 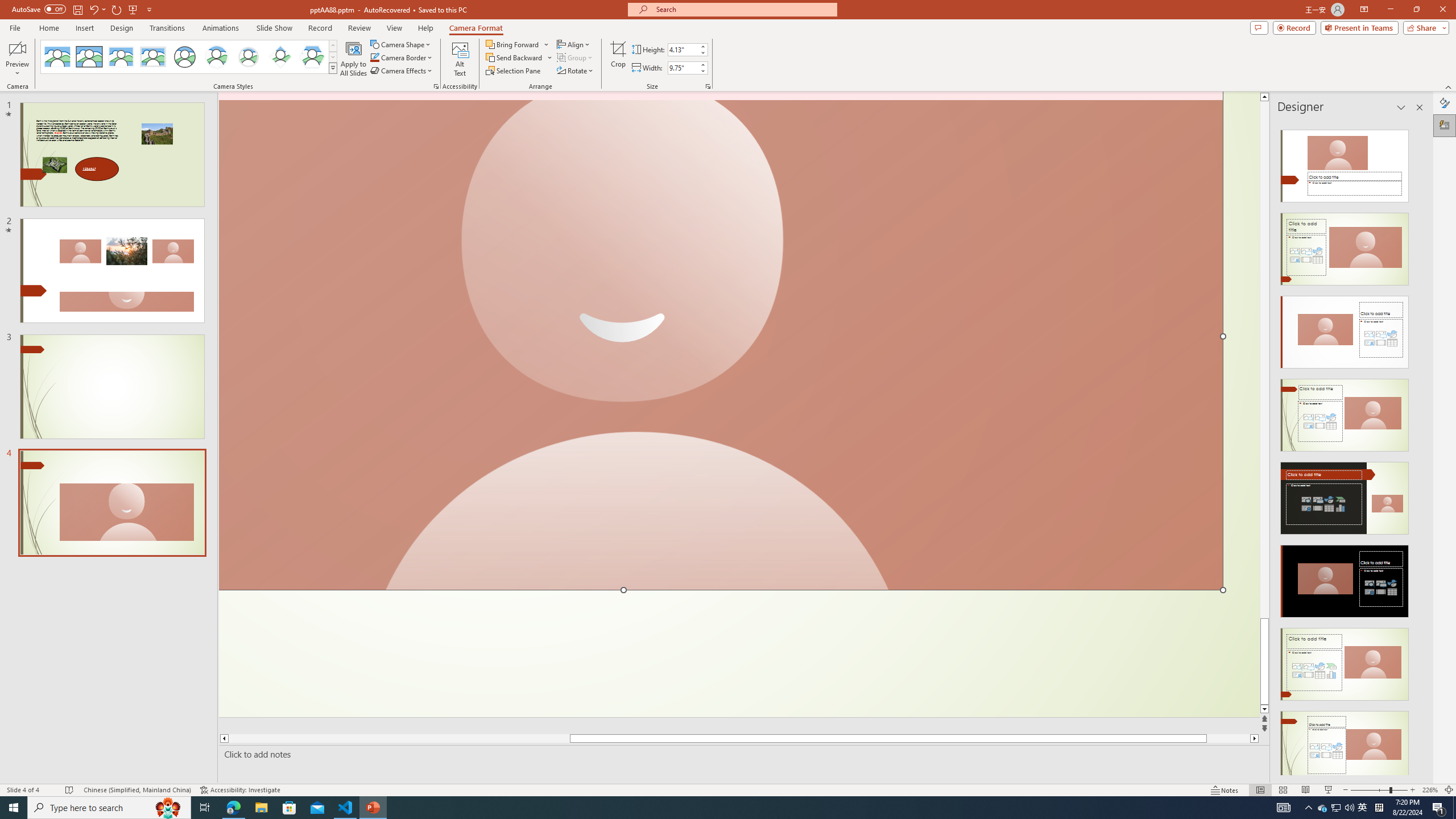 I want to click on 'Soft Edge Circle', so click(x=248, y=56).